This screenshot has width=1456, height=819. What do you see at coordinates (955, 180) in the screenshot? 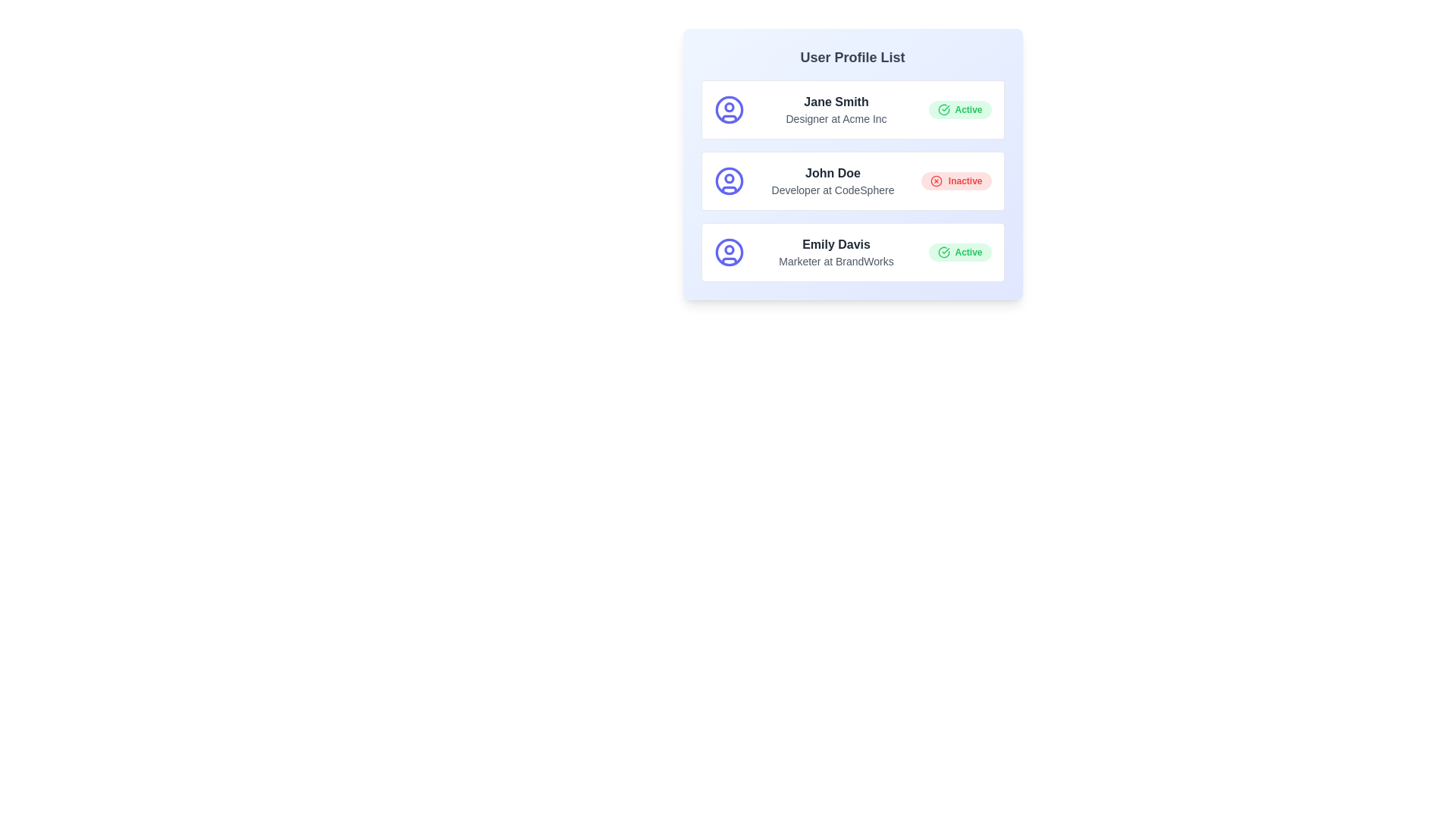
I see `the status indicator of the user profile with name John Doe` at bounding box center [955, 180].